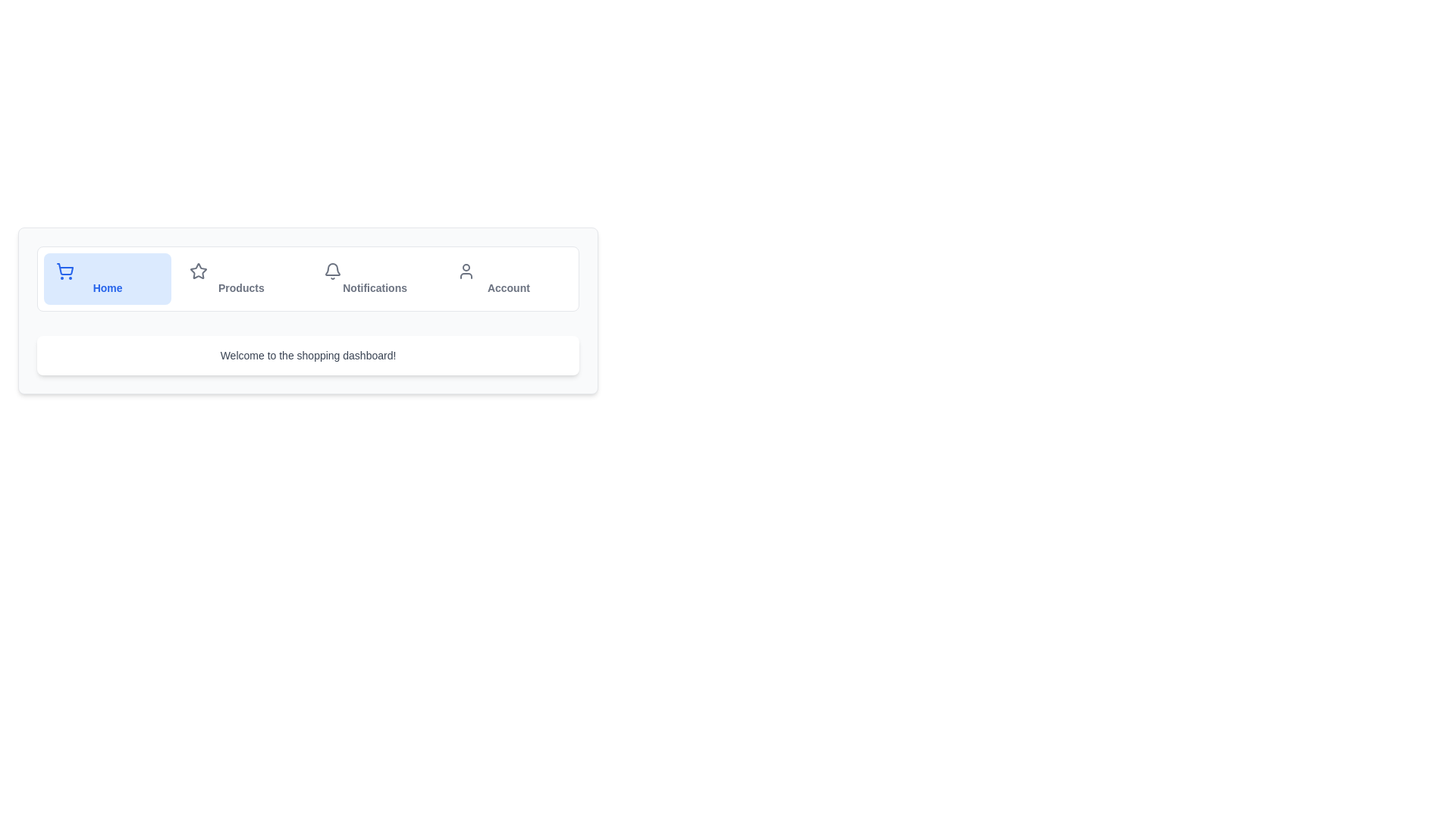  I want to click on the 'Home' button located on the leftmost side of the horizontal list, so click(107, 278).